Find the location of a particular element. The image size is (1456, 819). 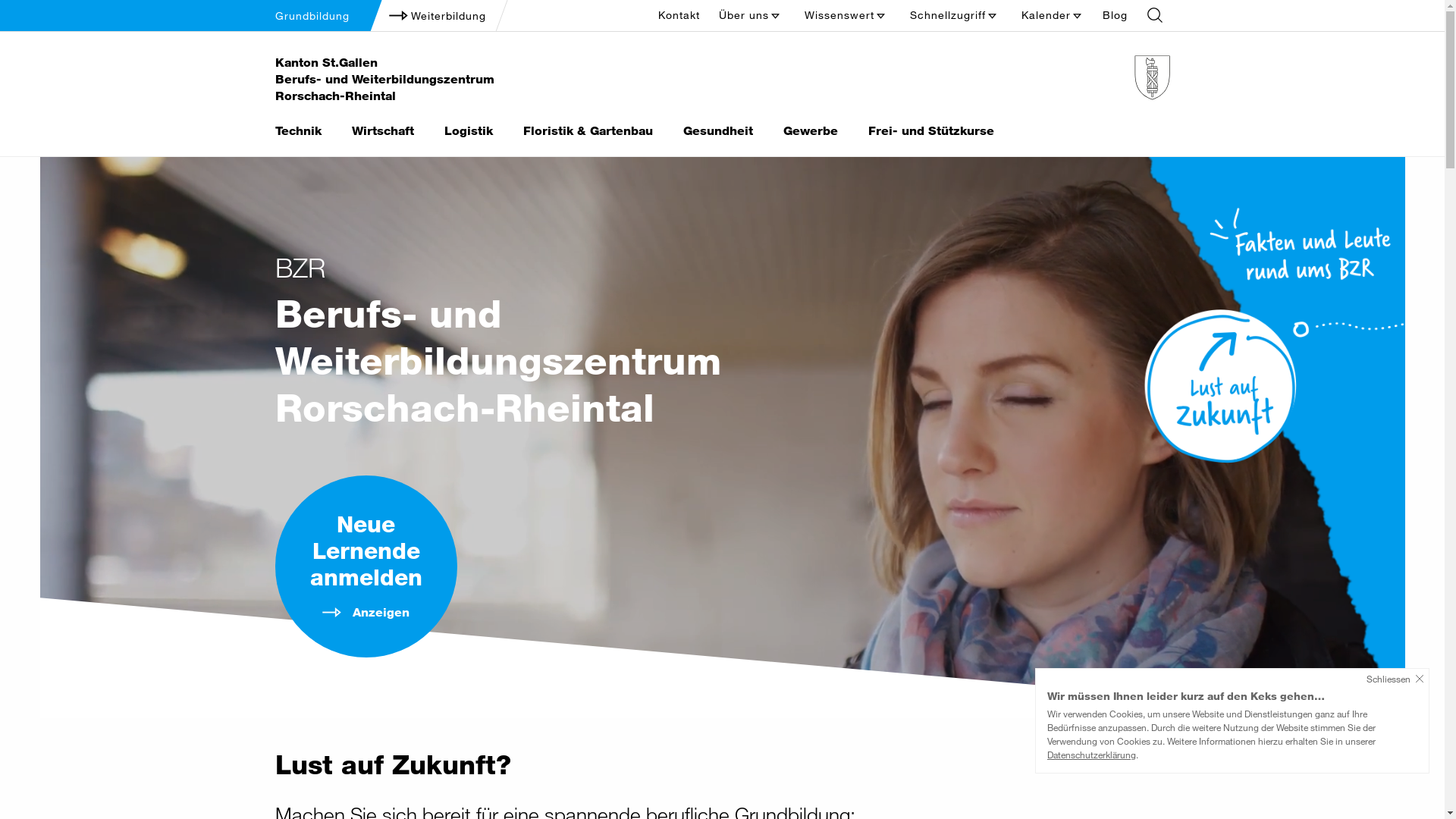

'Neue is located at coordinates (365, 566).